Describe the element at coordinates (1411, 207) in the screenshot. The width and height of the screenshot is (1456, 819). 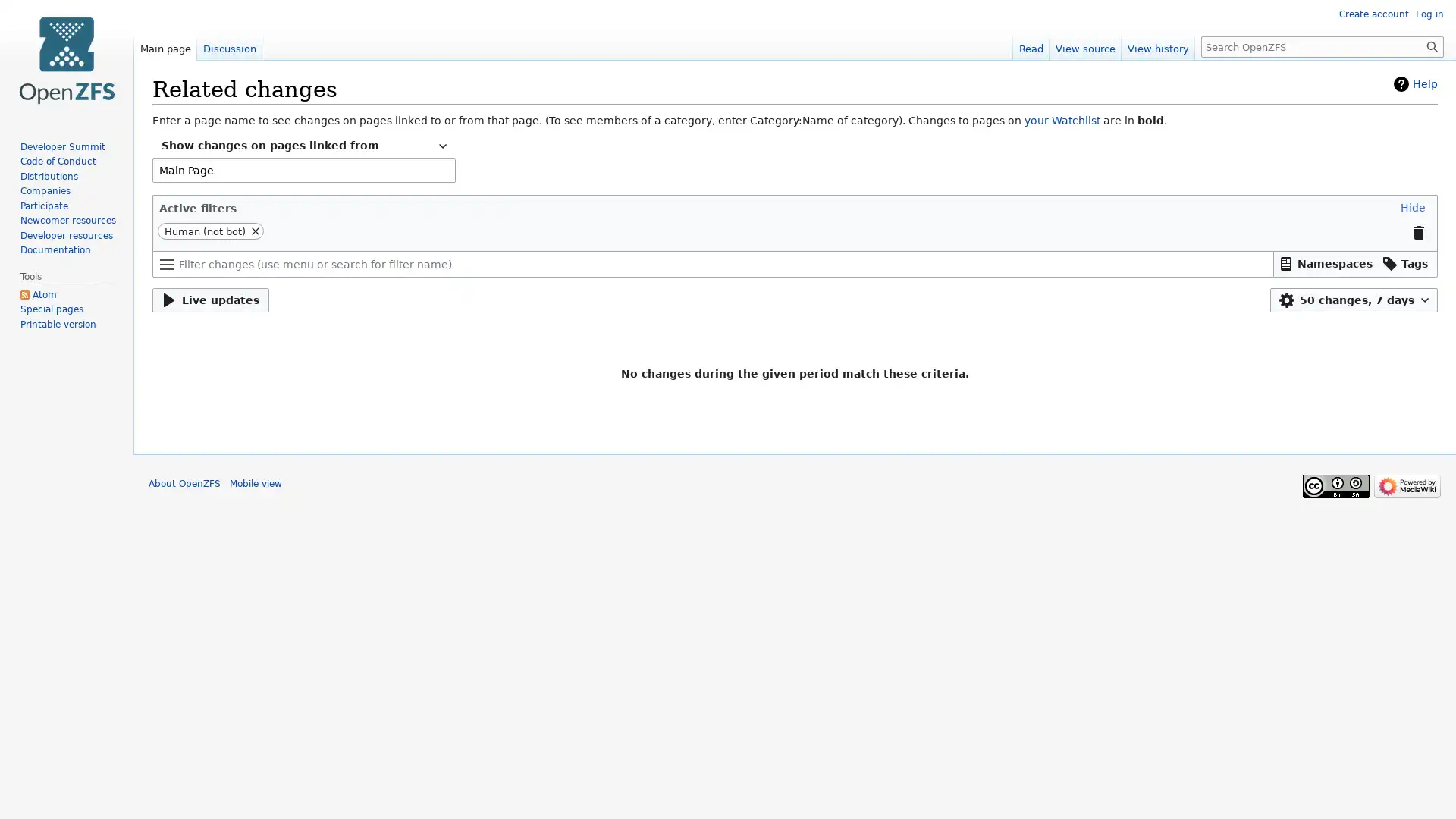
I see `Hide` at that location.